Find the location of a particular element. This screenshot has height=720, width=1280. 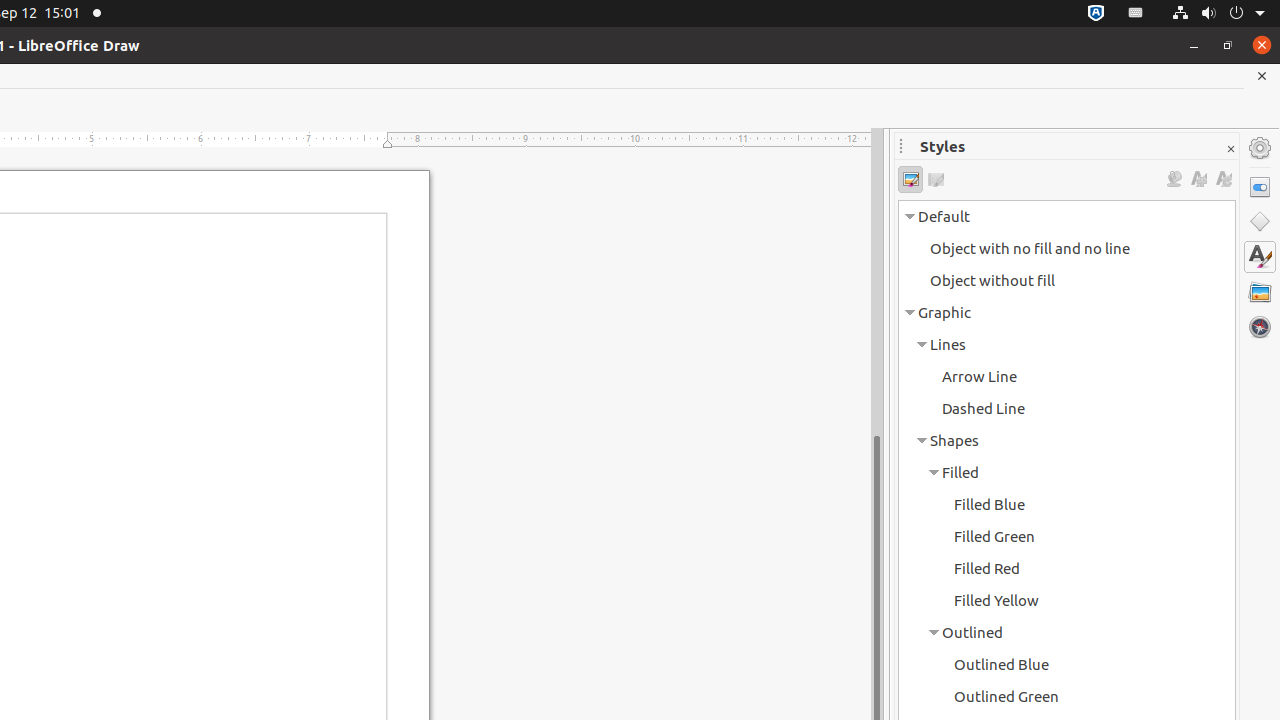

'System' is located at coordinates (1217, 13).